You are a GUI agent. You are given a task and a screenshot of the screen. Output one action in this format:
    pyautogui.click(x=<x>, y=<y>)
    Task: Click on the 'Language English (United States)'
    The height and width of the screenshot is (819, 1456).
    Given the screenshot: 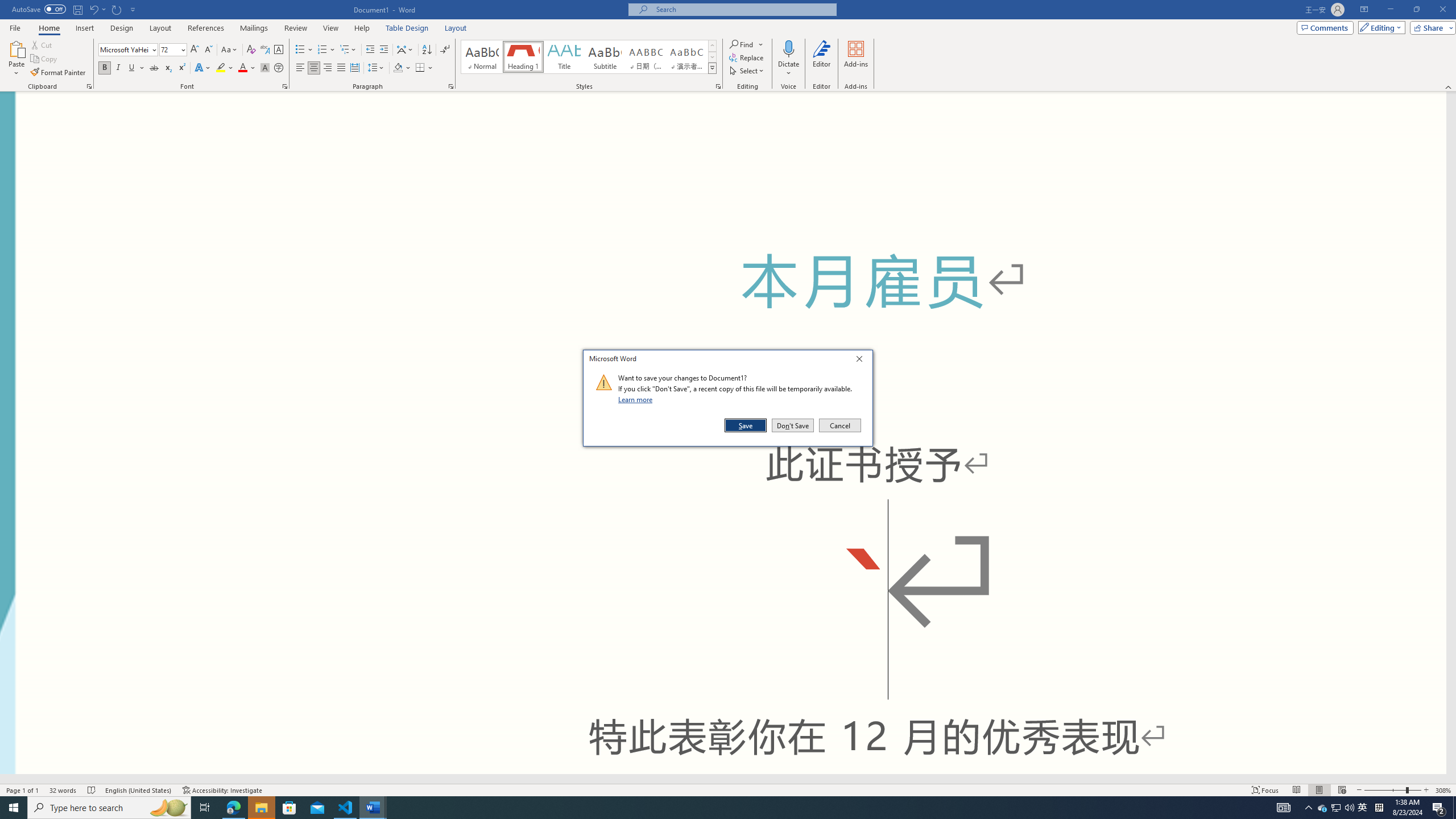 What is the action you would take?
    pyautogui.click(x=139, y=790)
    